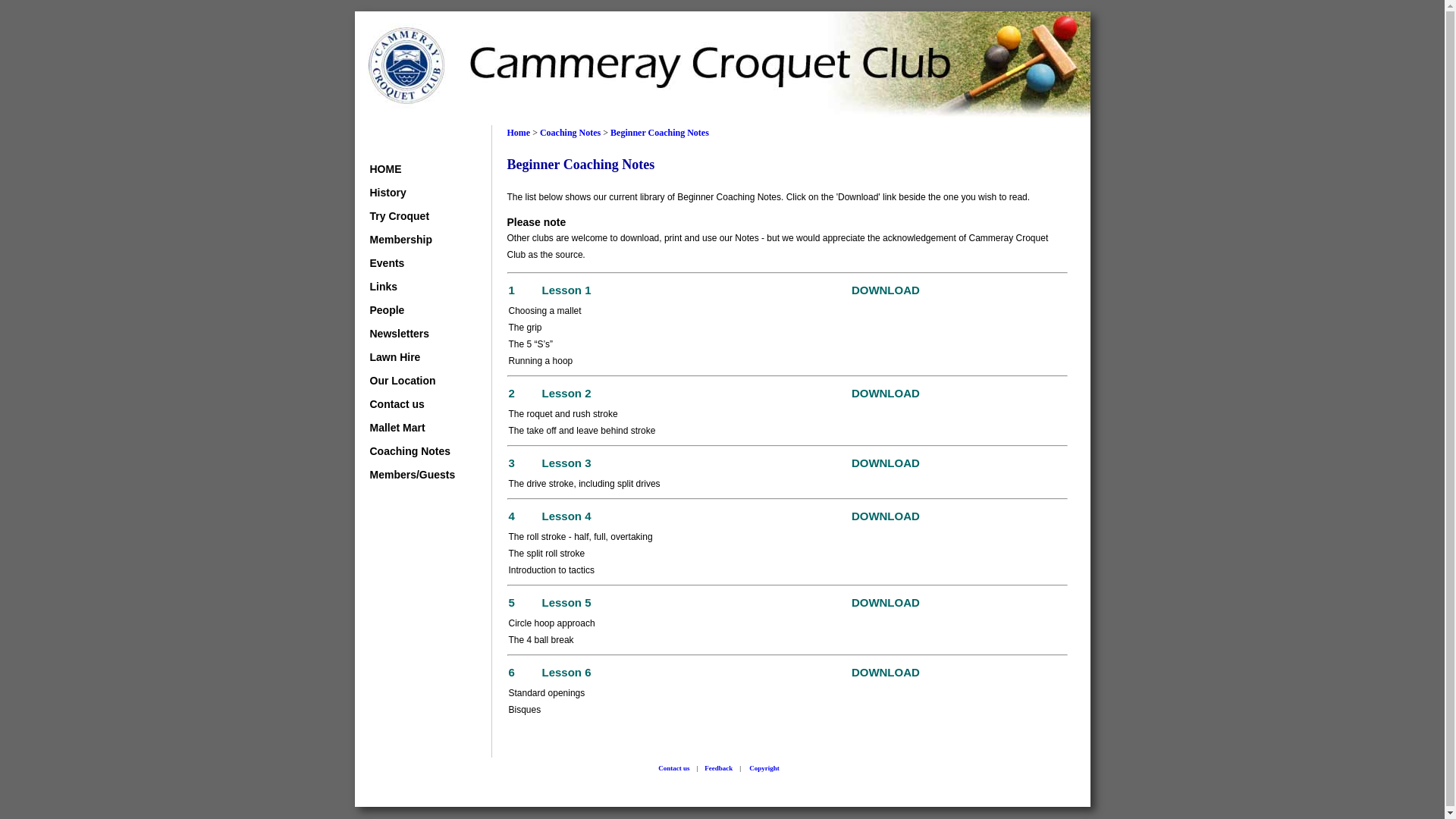  Describe the element at coordinates (764, 768) in the screenshot. I see `'Copyright'` at that location.